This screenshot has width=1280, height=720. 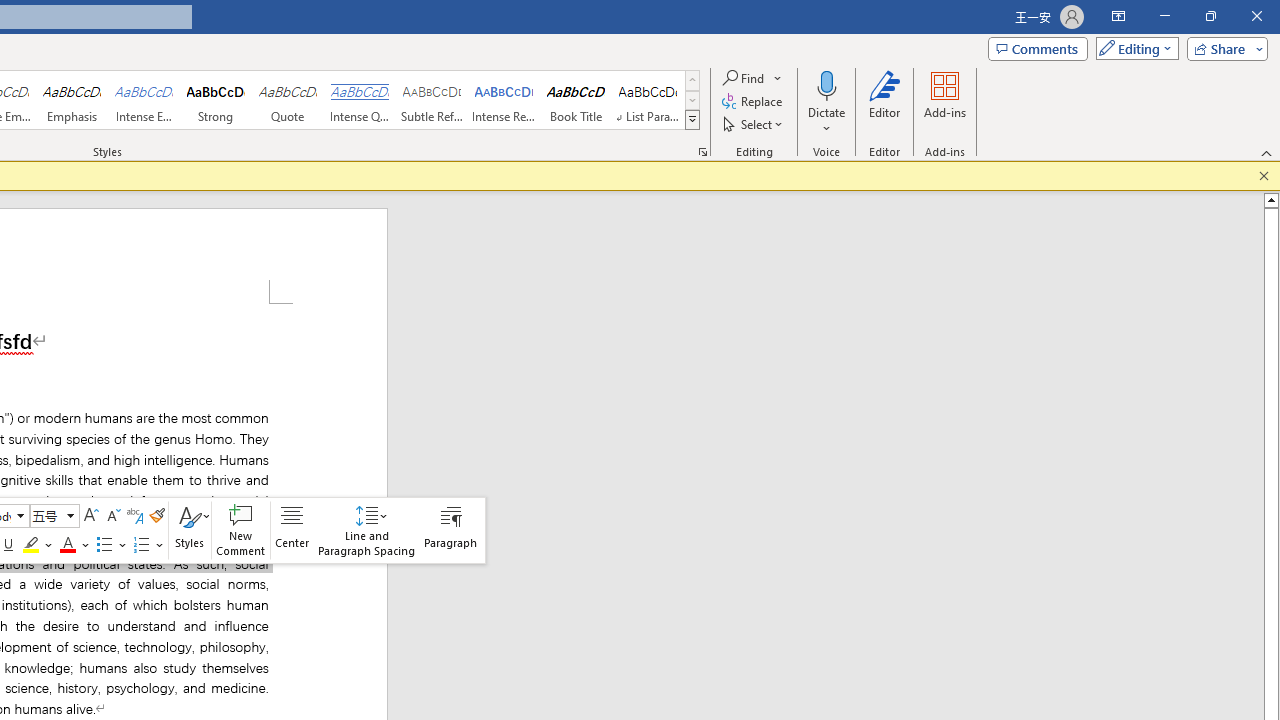 What do you see at coordinates (287, 100) in the screenshot?
I see `'Quote'` at bounding box center [287, 100].